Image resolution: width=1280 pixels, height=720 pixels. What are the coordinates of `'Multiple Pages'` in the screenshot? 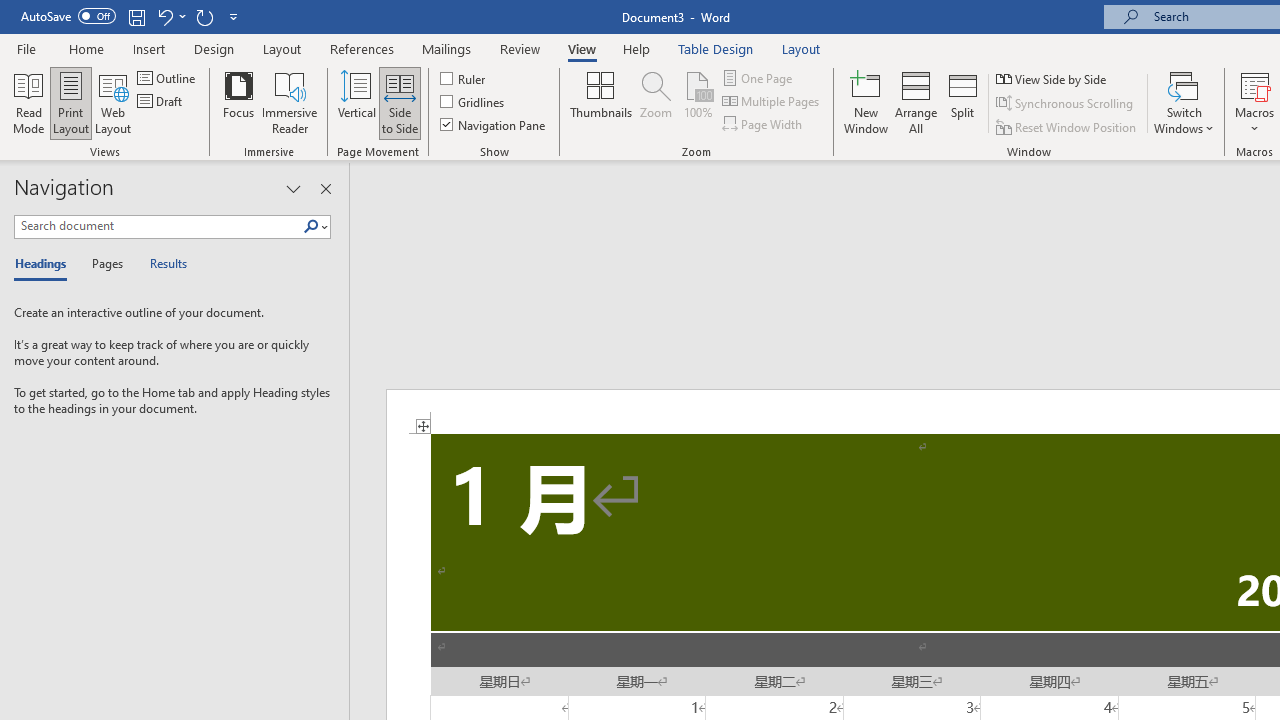 It's located at (771, 101).